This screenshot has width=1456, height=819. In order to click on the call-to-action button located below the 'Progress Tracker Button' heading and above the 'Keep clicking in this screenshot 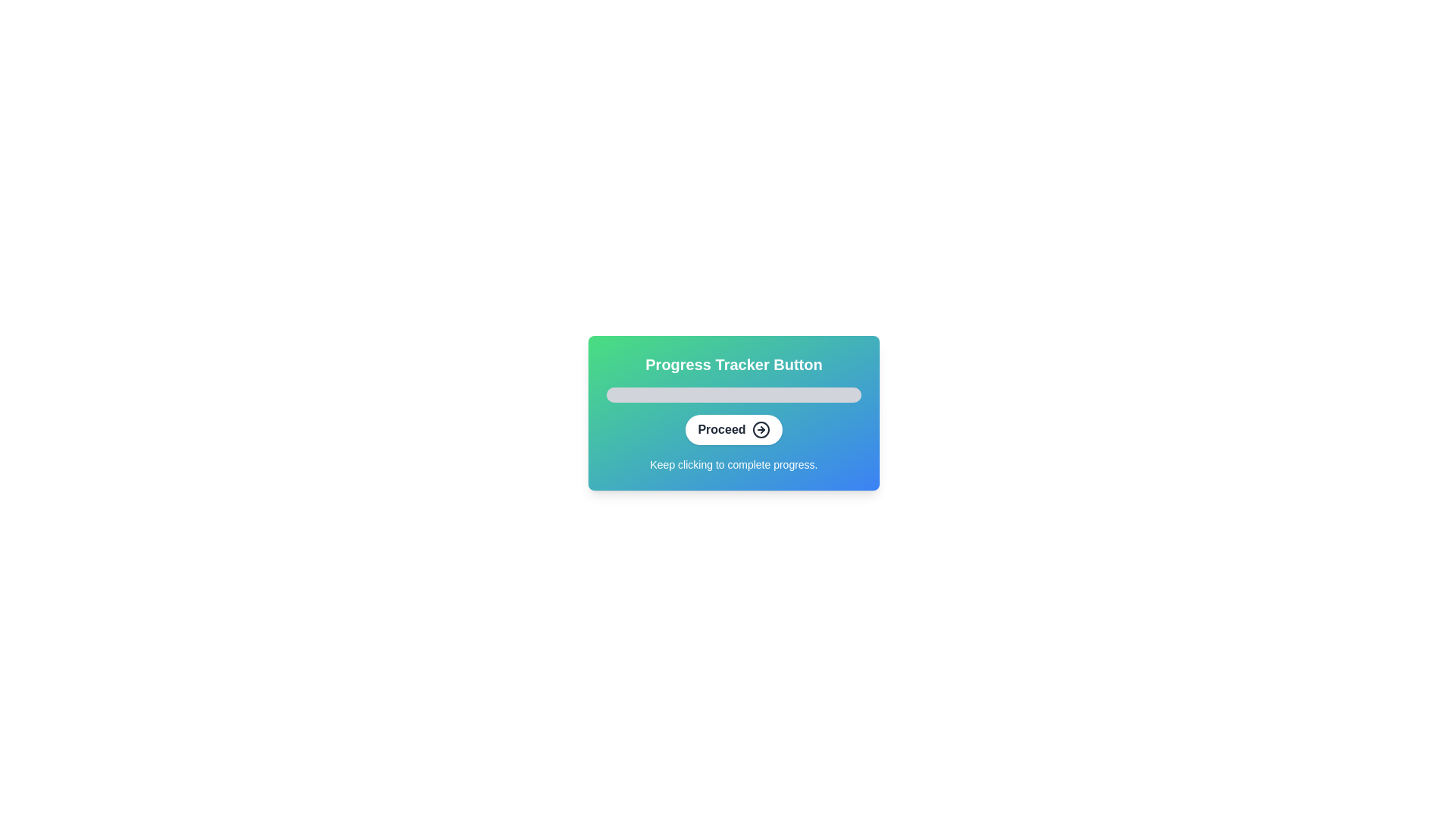, I will do `click(734, 430)`.